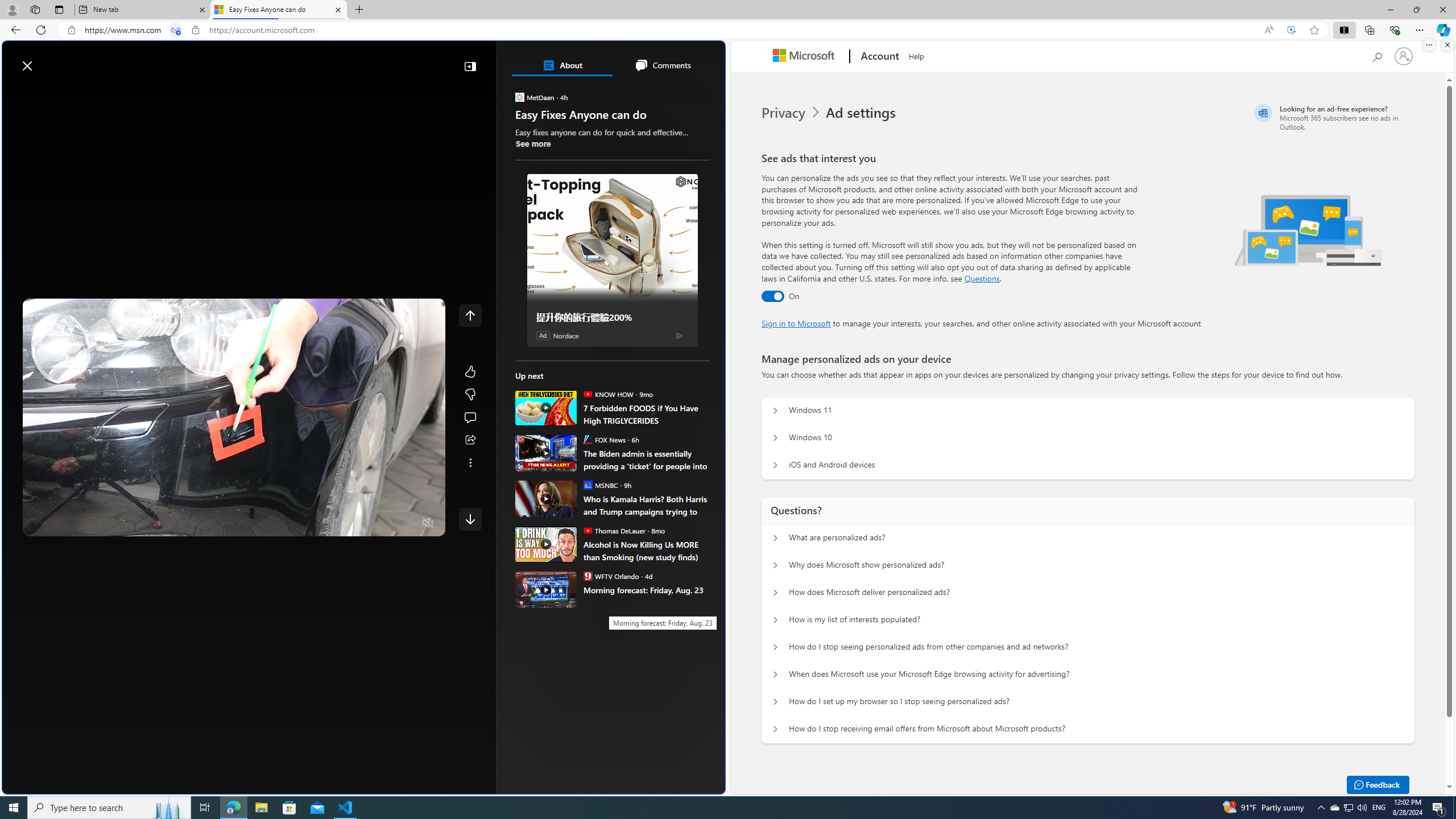 The height and width of the screenshot is (819, 1456). I want to click on 'Captions', so click(383, 523).